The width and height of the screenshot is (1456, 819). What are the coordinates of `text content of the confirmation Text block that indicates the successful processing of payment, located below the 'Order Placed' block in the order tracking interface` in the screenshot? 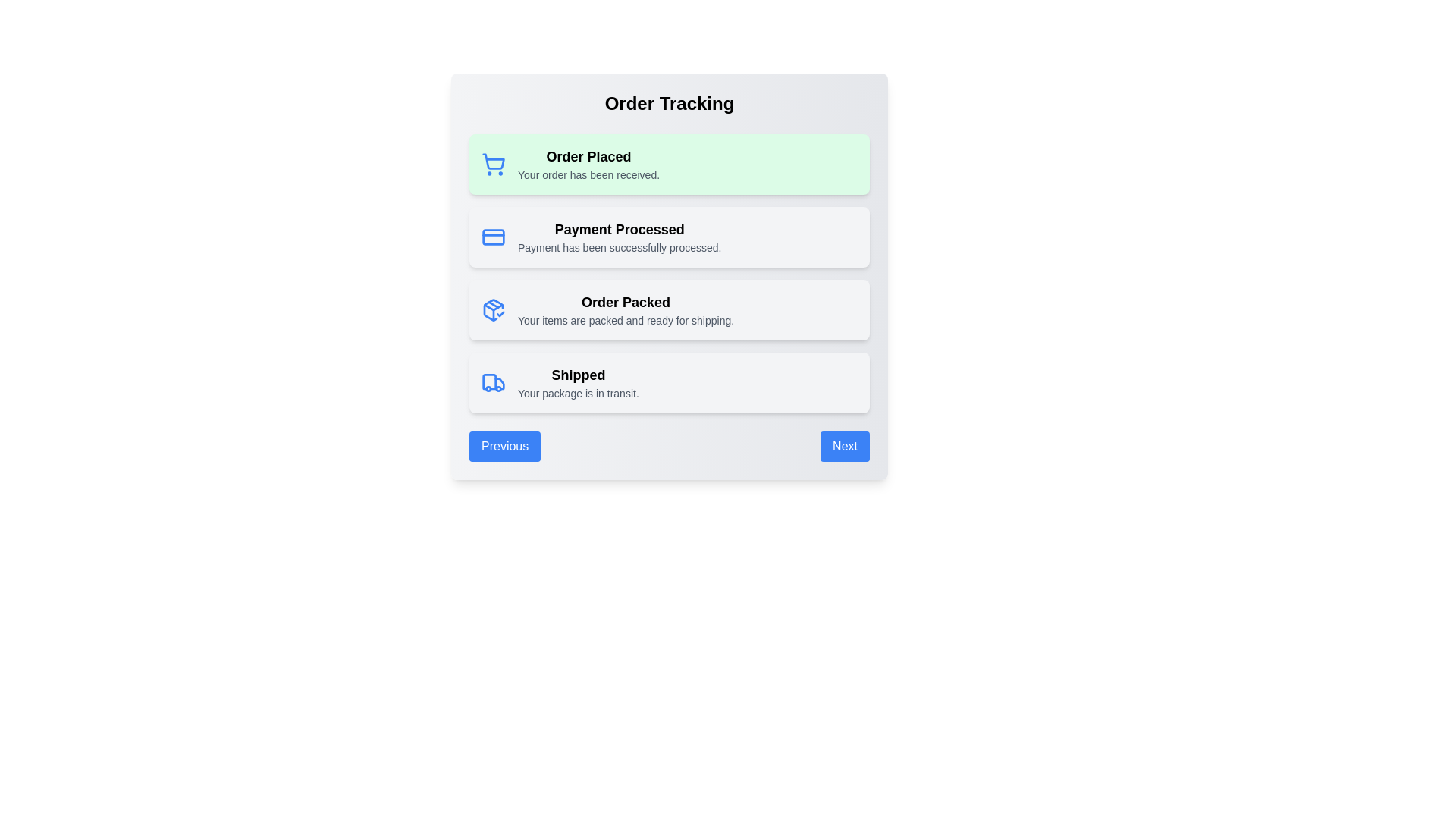 It's located at (620, 237).